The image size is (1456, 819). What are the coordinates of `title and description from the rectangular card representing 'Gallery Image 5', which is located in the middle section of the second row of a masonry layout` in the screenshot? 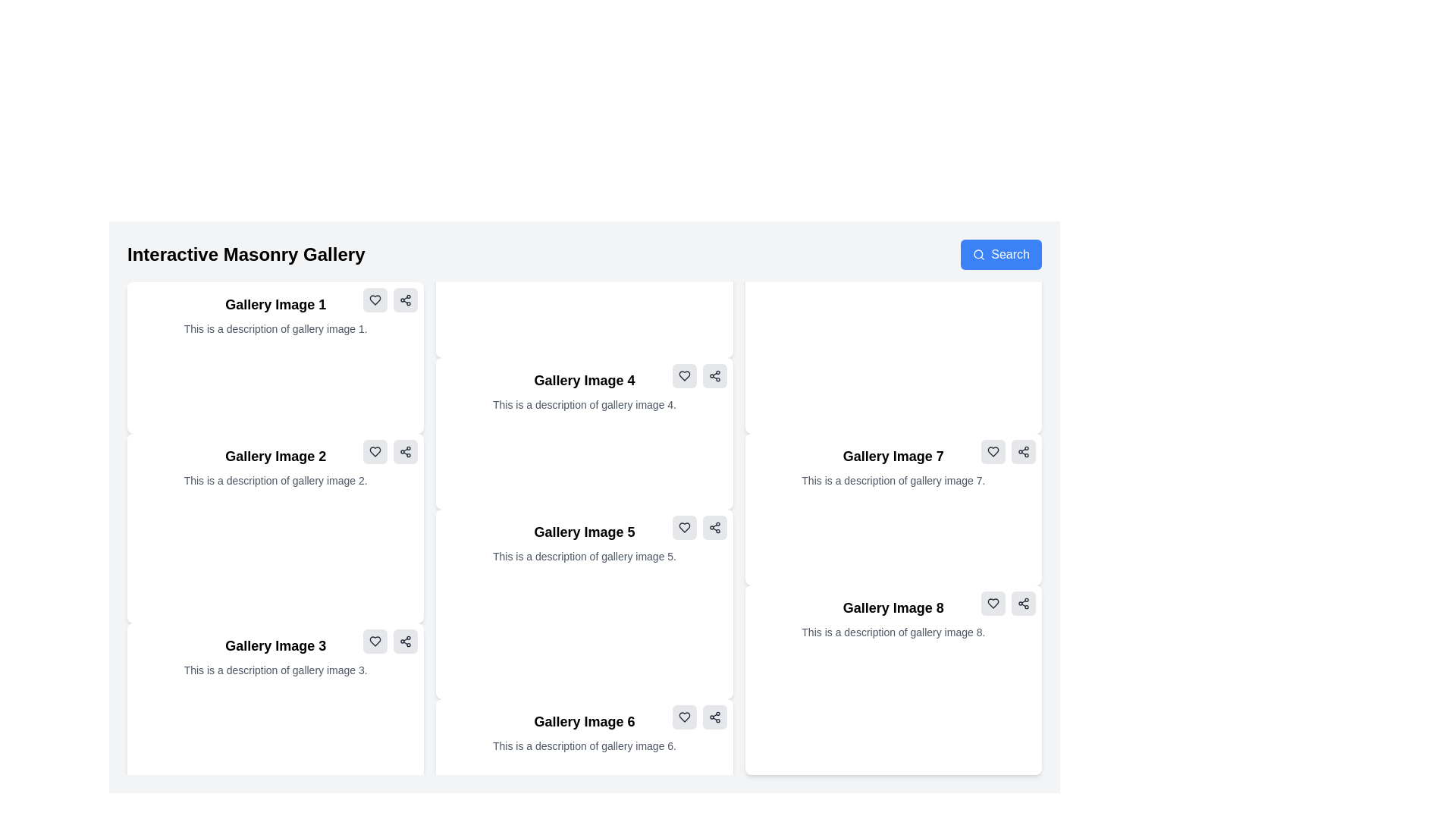 It's located at (584, 542).